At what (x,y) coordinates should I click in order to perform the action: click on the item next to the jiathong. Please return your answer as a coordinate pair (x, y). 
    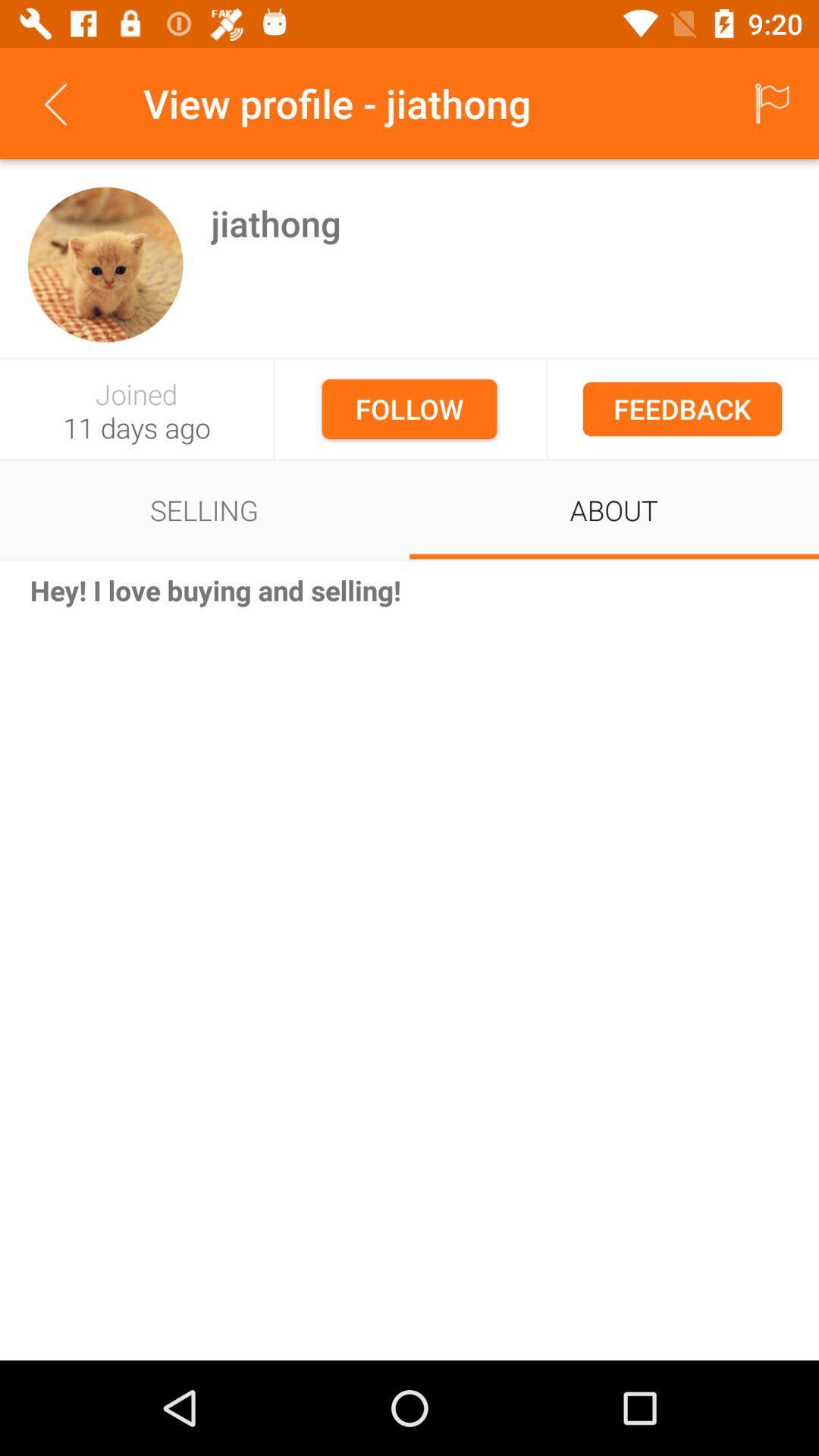
    Looking at the image, I should click on (105, 265).